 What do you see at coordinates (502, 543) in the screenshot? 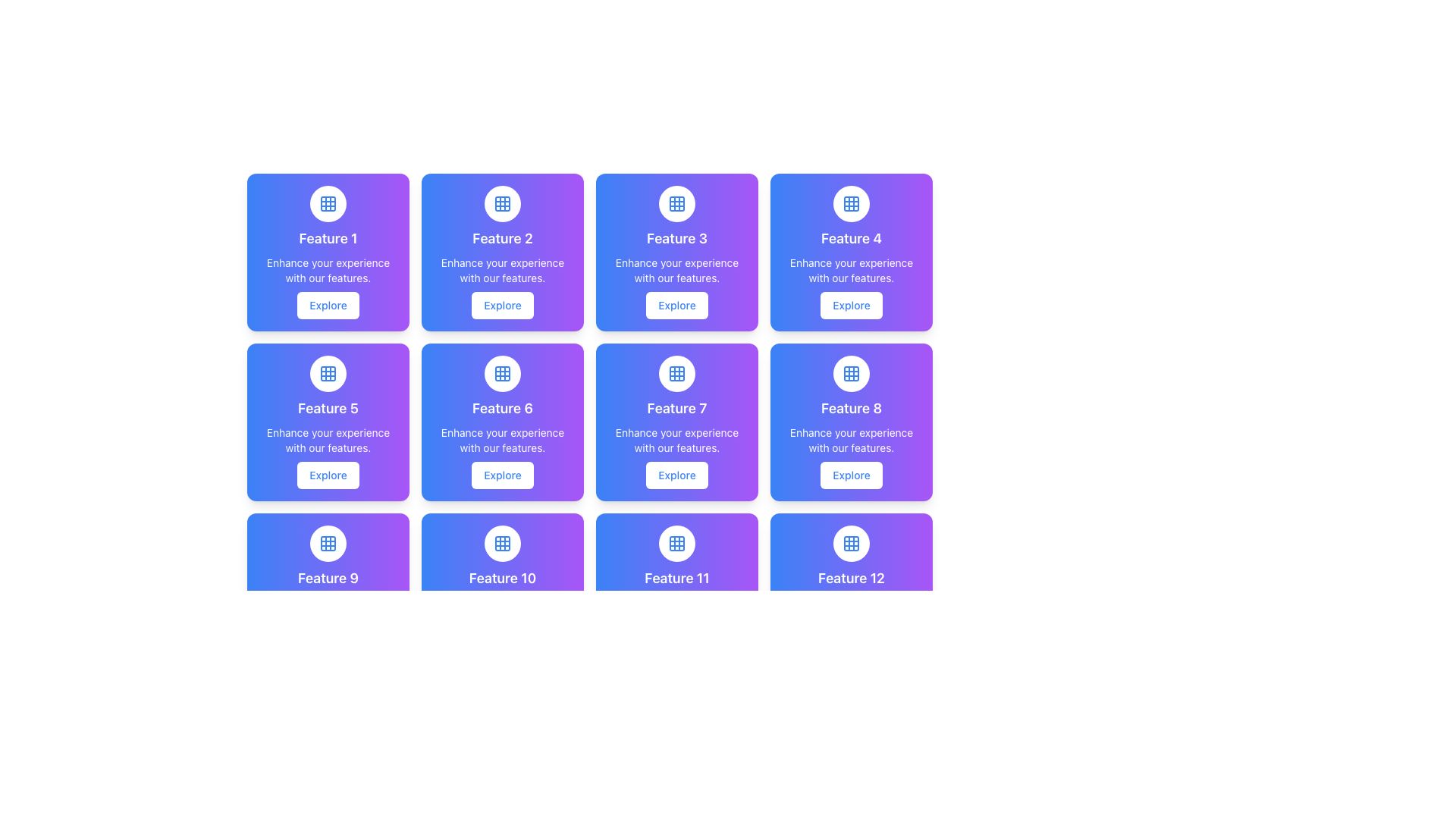
I see `the white circular icon with a blue grid design located within the purple-blue gradient-tinted box labeled 'Feature 10' in the third row and second column of the card grid` at bounding box center [502, 543].